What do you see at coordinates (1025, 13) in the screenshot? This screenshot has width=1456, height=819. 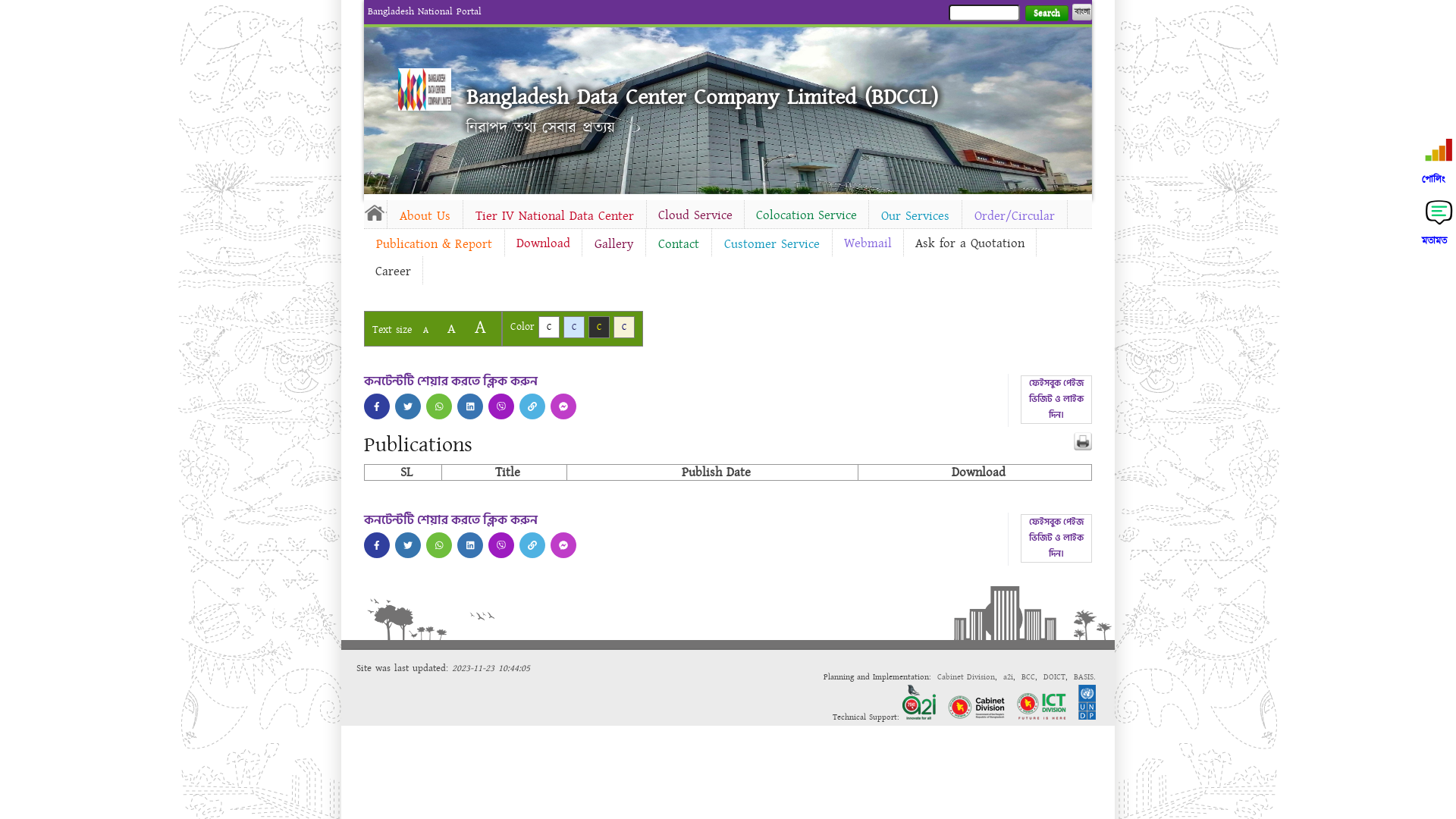 I see `'Search'` at bounding box center [1025, 13].